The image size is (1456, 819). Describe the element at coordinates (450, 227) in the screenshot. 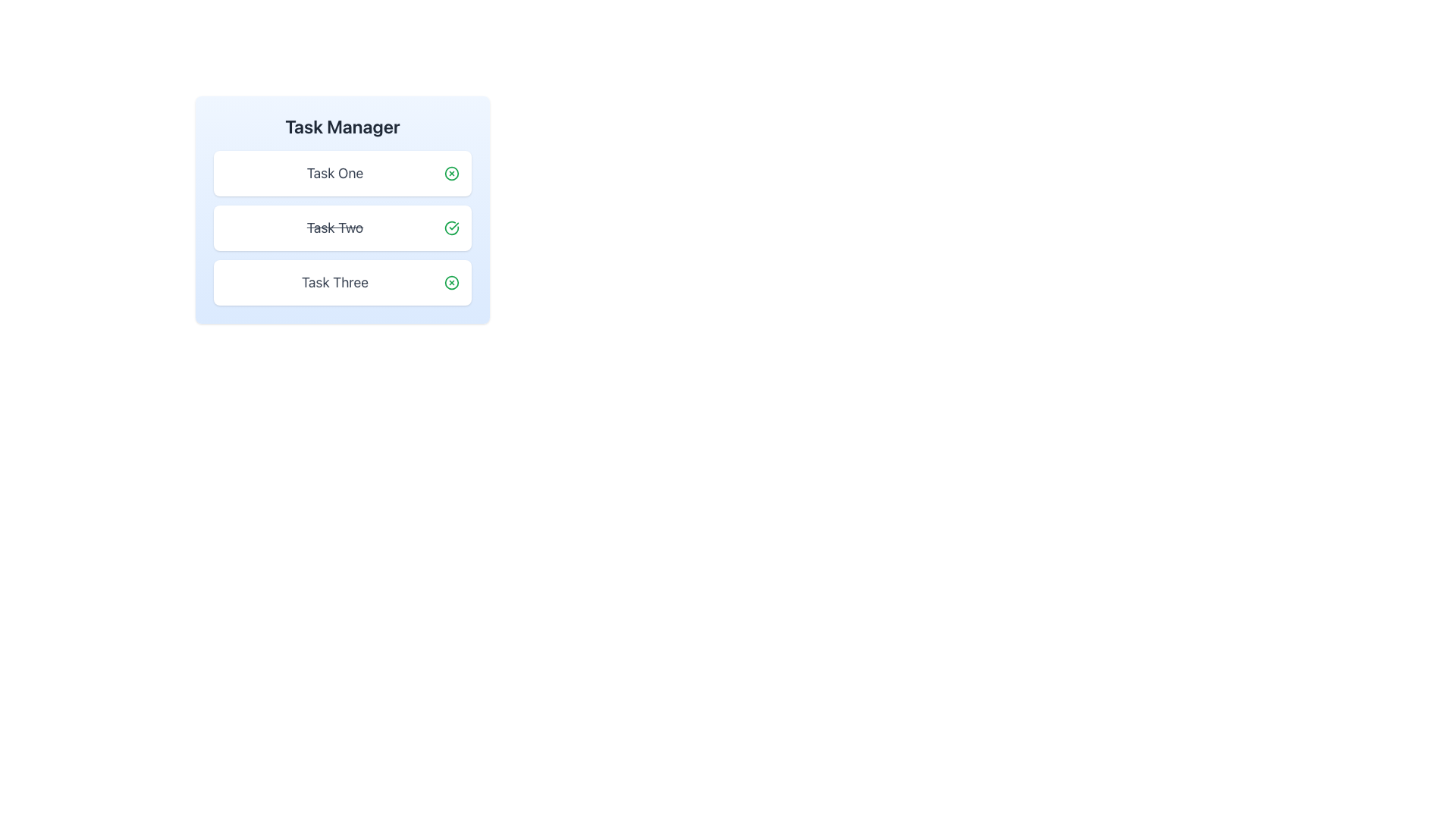

I see `the second icon button from the top in the list of task items` at that location.